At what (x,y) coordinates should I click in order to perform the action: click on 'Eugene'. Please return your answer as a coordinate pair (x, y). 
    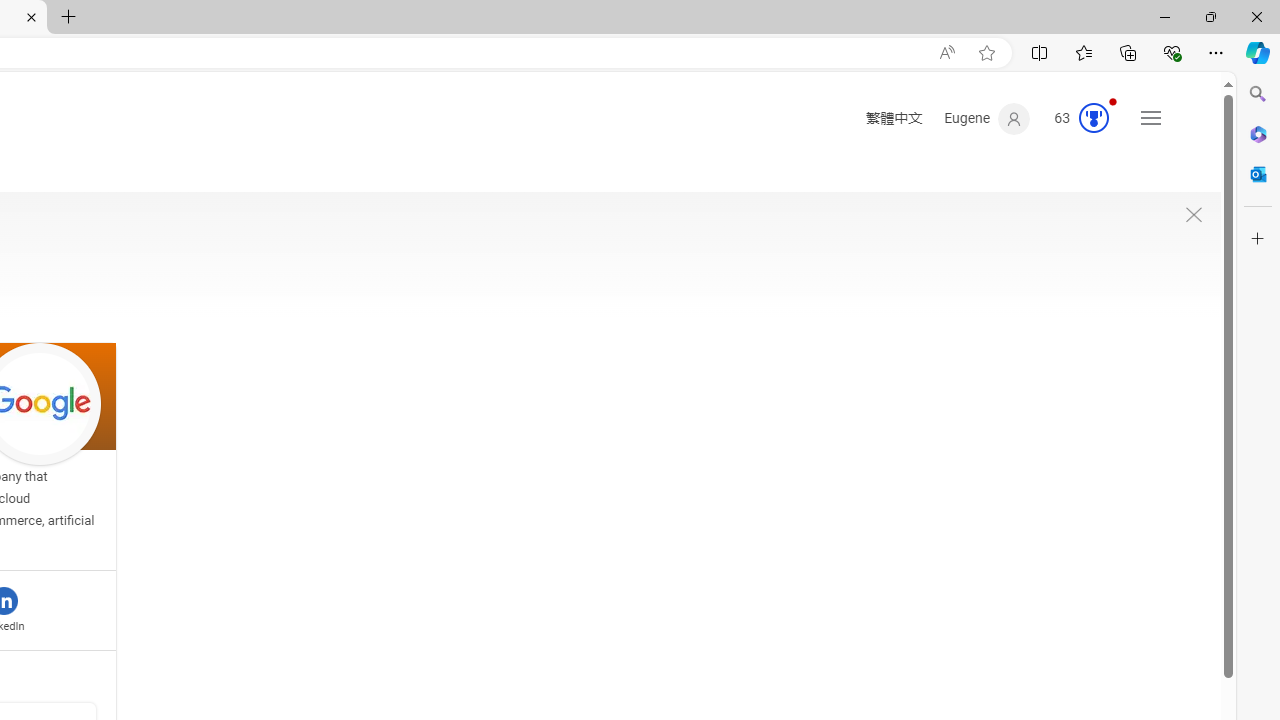
    Looking at the image, I should click on (987, 119).